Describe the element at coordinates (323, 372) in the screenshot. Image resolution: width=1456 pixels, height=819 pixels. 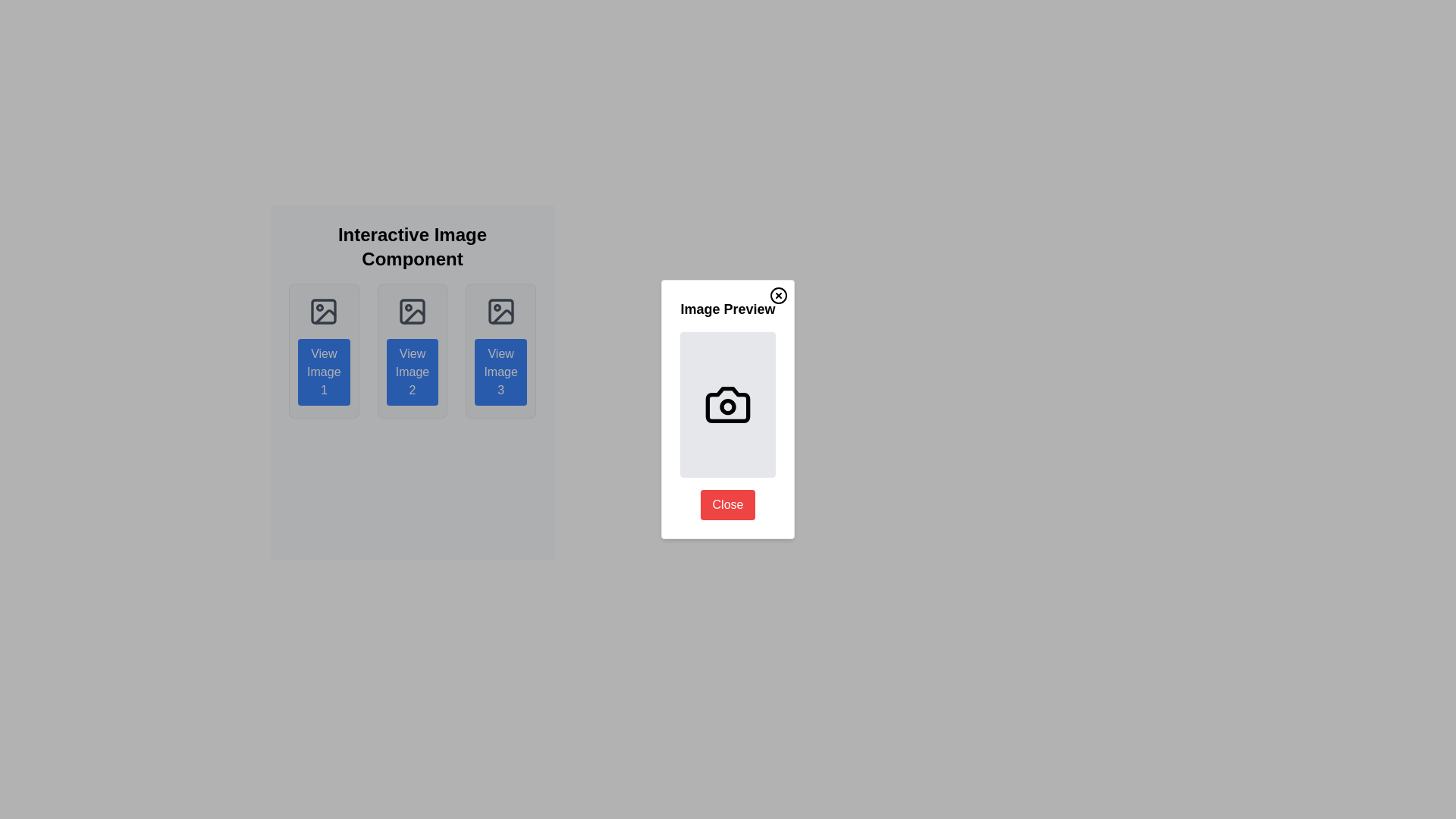
I see `the leftmost button in the 'Interactive Image Component'` at that location.